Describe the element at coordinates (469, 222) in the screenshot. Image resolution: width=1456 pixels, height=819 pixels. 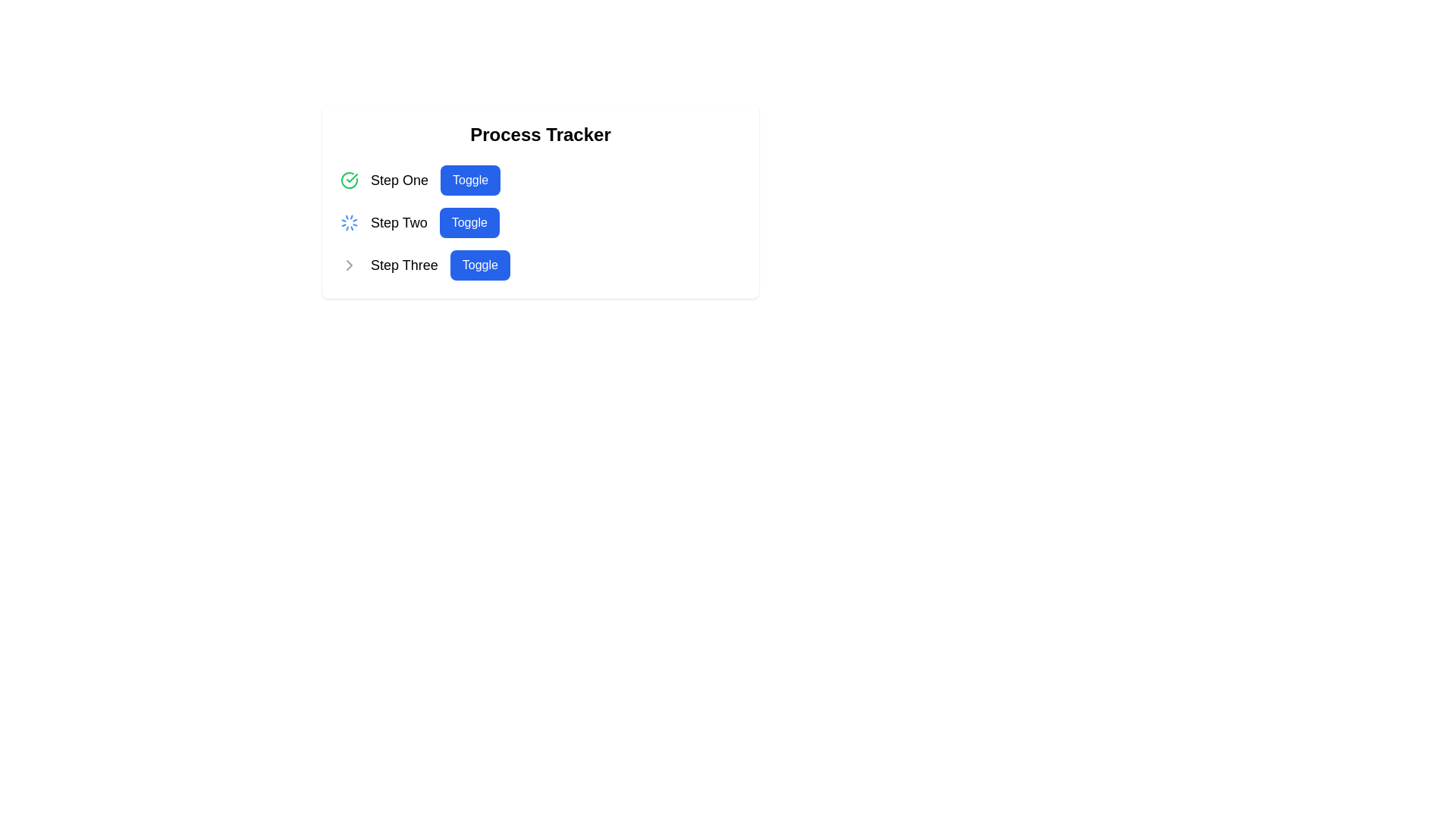
I see `the rectangular blue button labeled 'Toggle' with white text` at that location.